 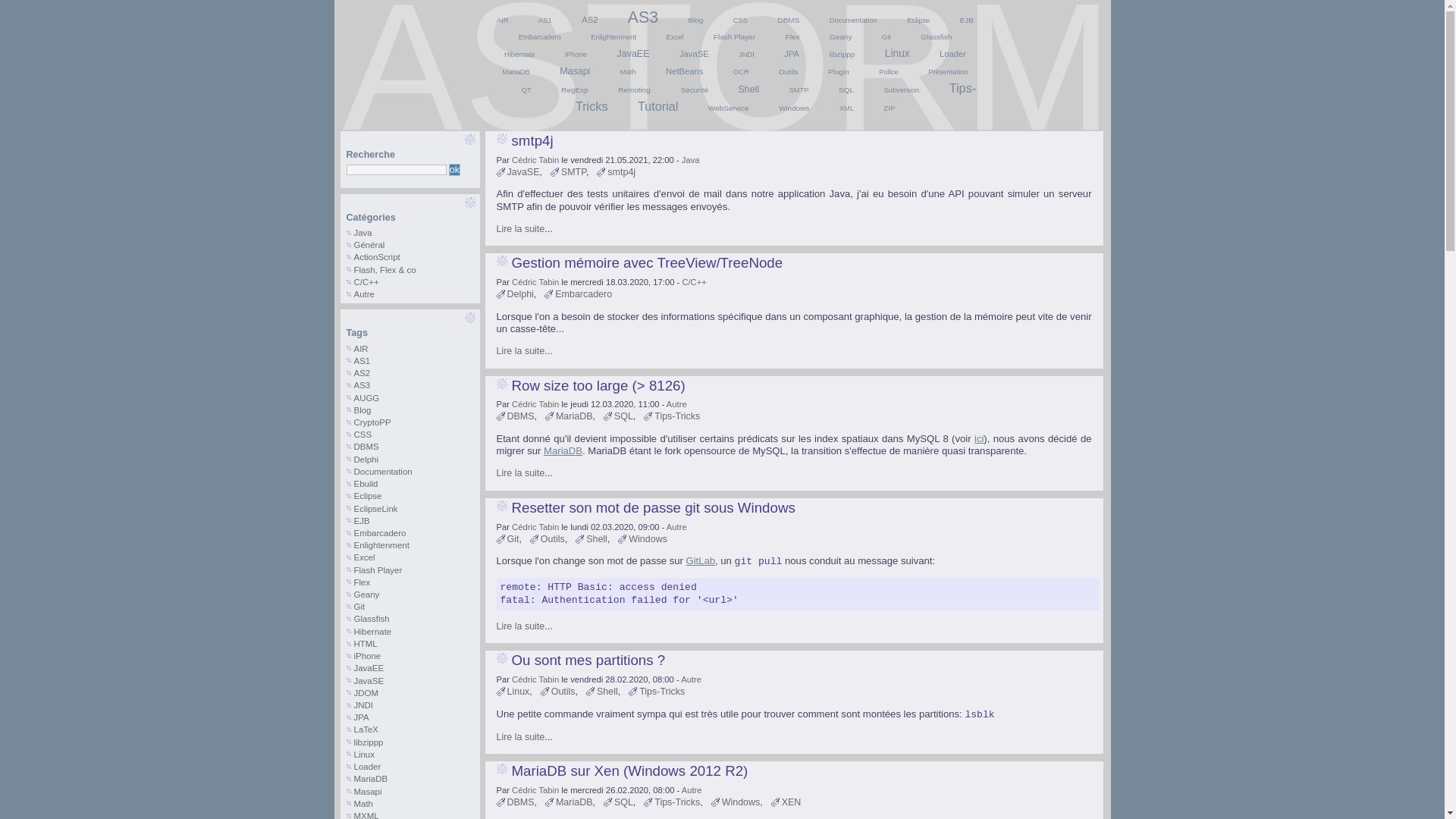 I want to click on 'MariaDB', so click(x=573, y=416).